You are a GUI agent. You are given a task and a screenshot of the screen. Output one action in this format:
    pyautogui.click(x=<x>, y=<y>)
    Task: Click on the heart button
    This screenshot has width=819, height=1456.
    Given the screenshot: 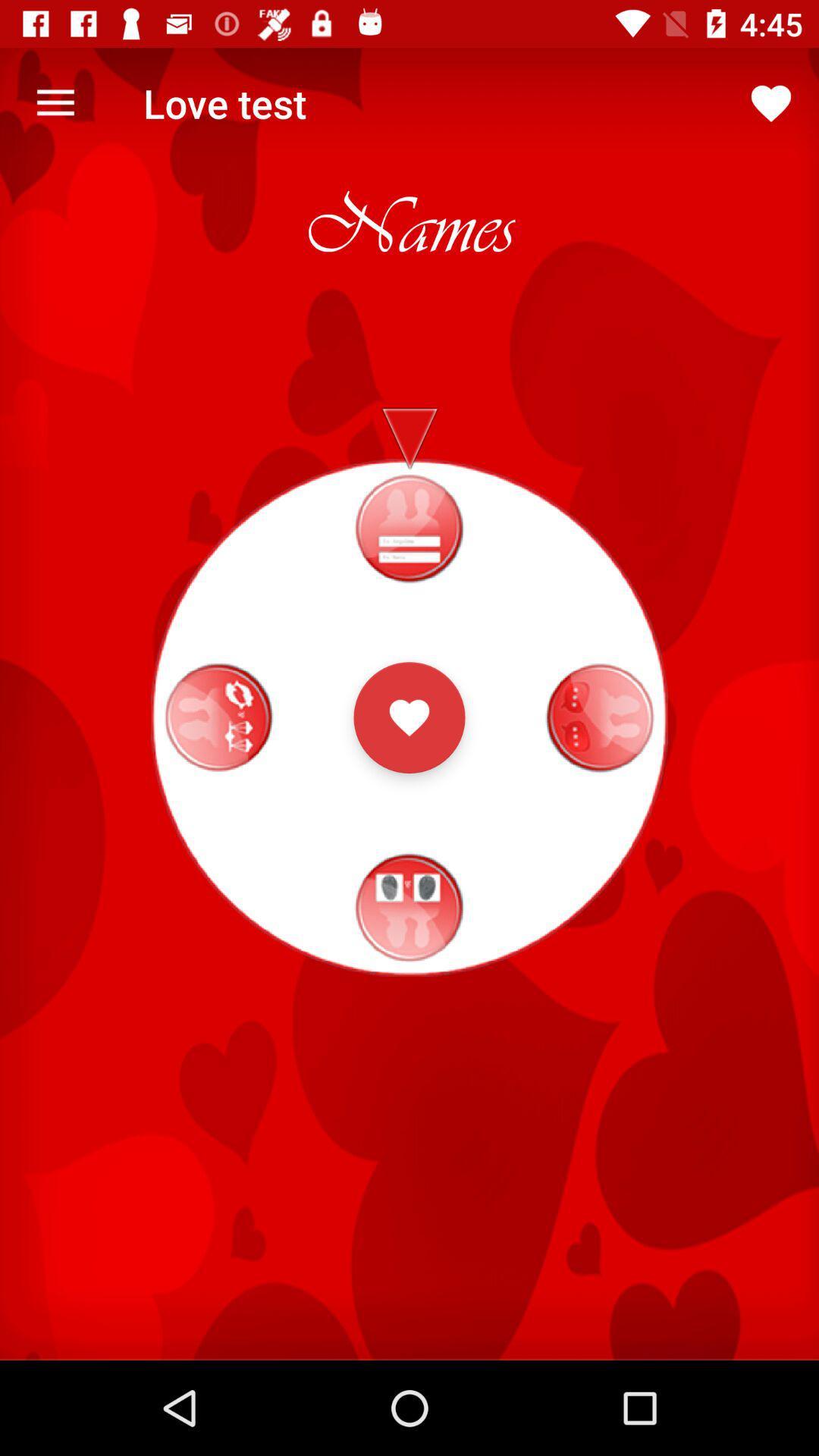 What is the action you would take?
    pyautogui.click(x=409, y=717)
    